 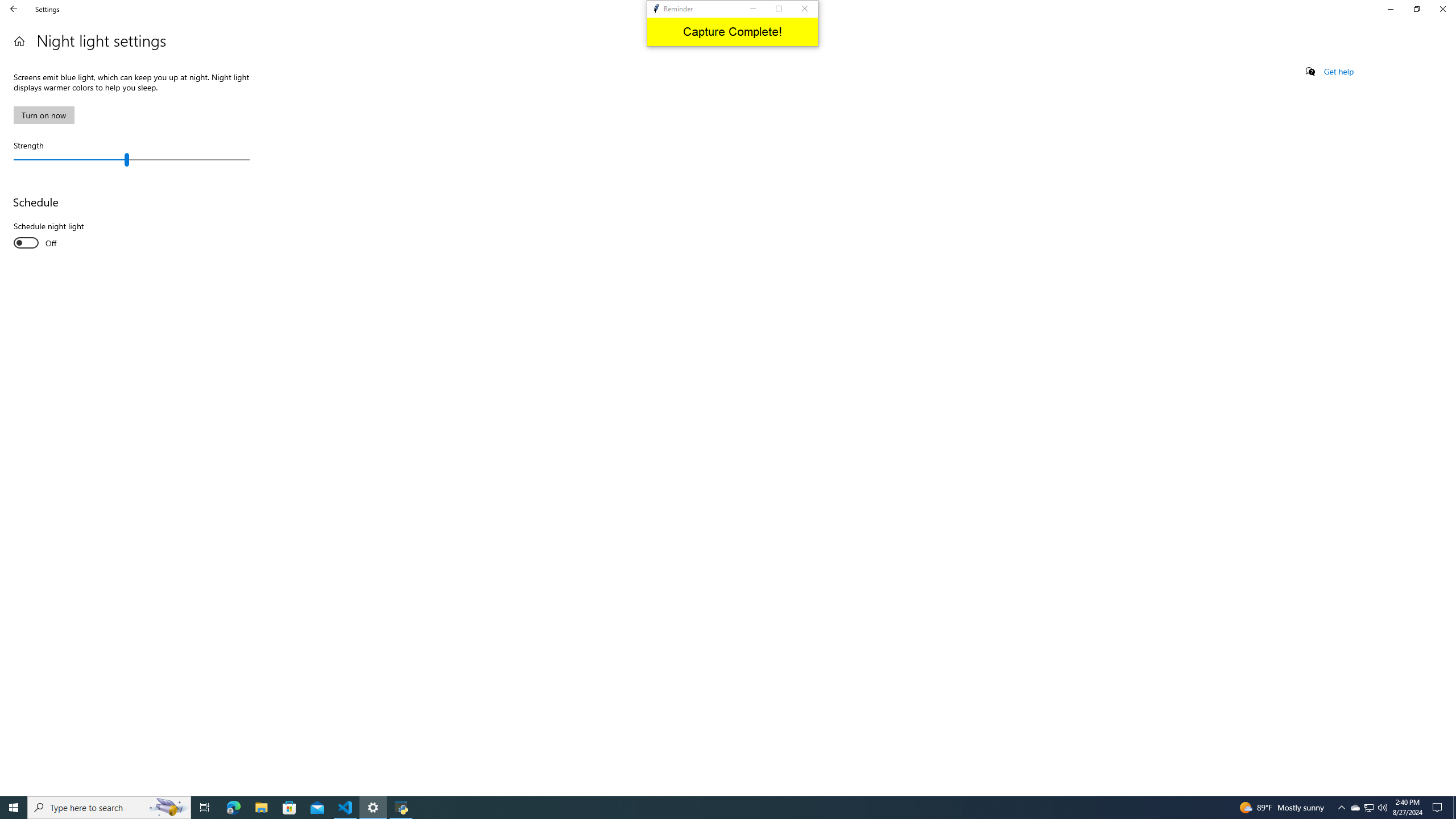 I want to click on 'Home', so click(x=19, y=41).